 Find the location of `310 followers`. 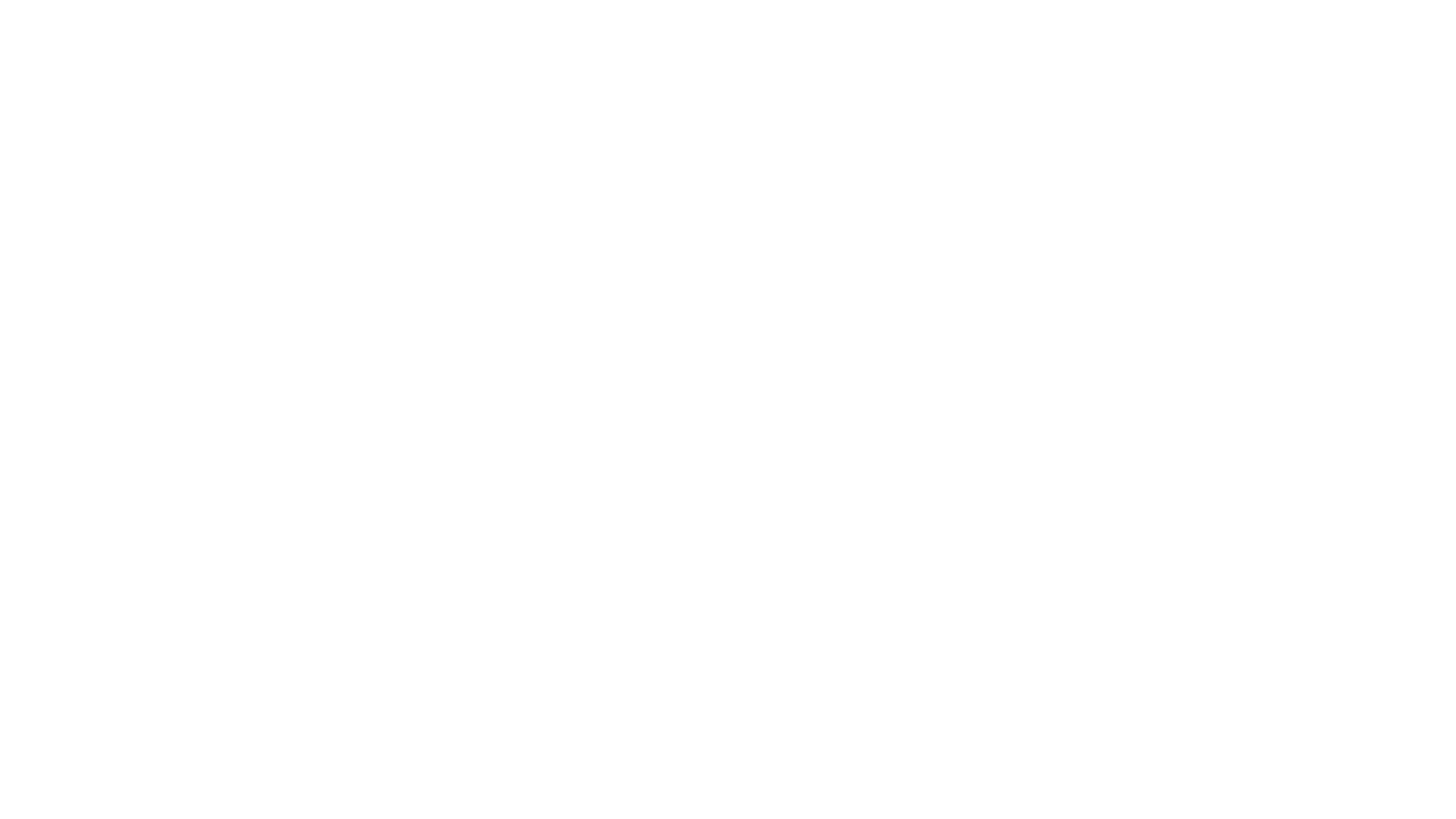

310 followers is located at coordinates (742, 127).